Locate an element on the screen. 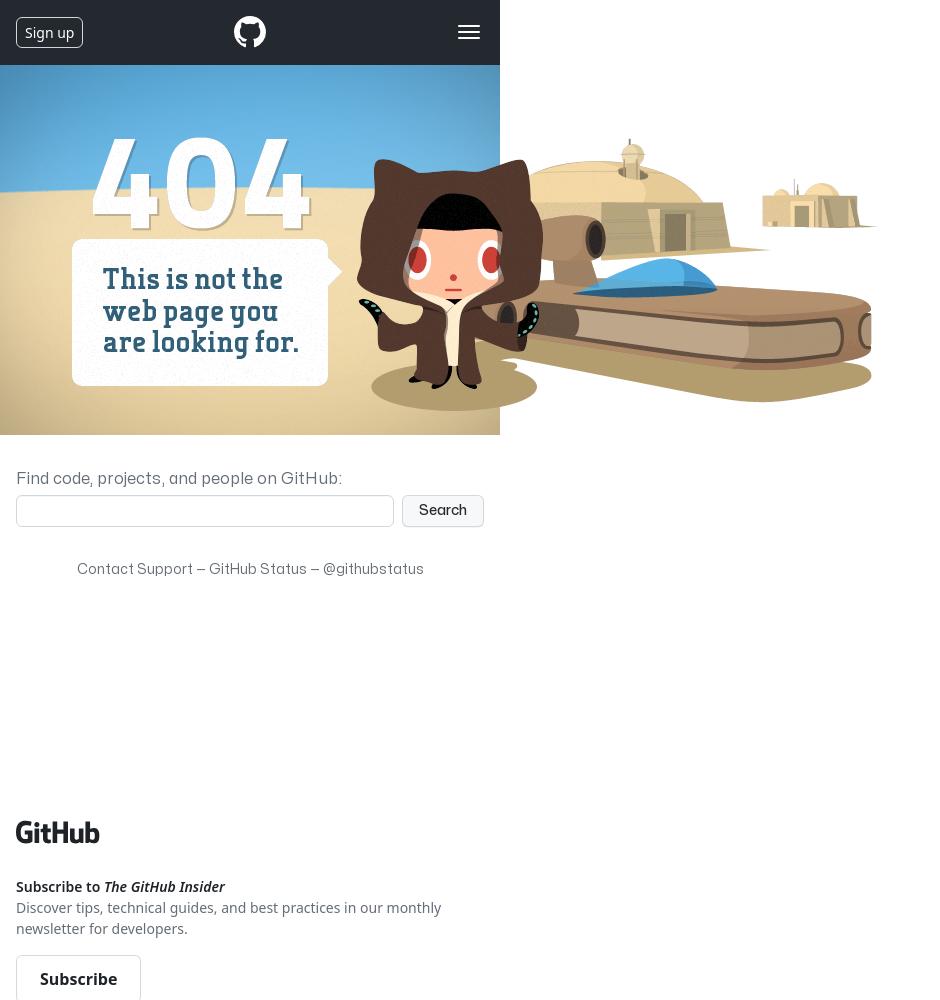  'Enterprise' is located at coordinates (81, 98).